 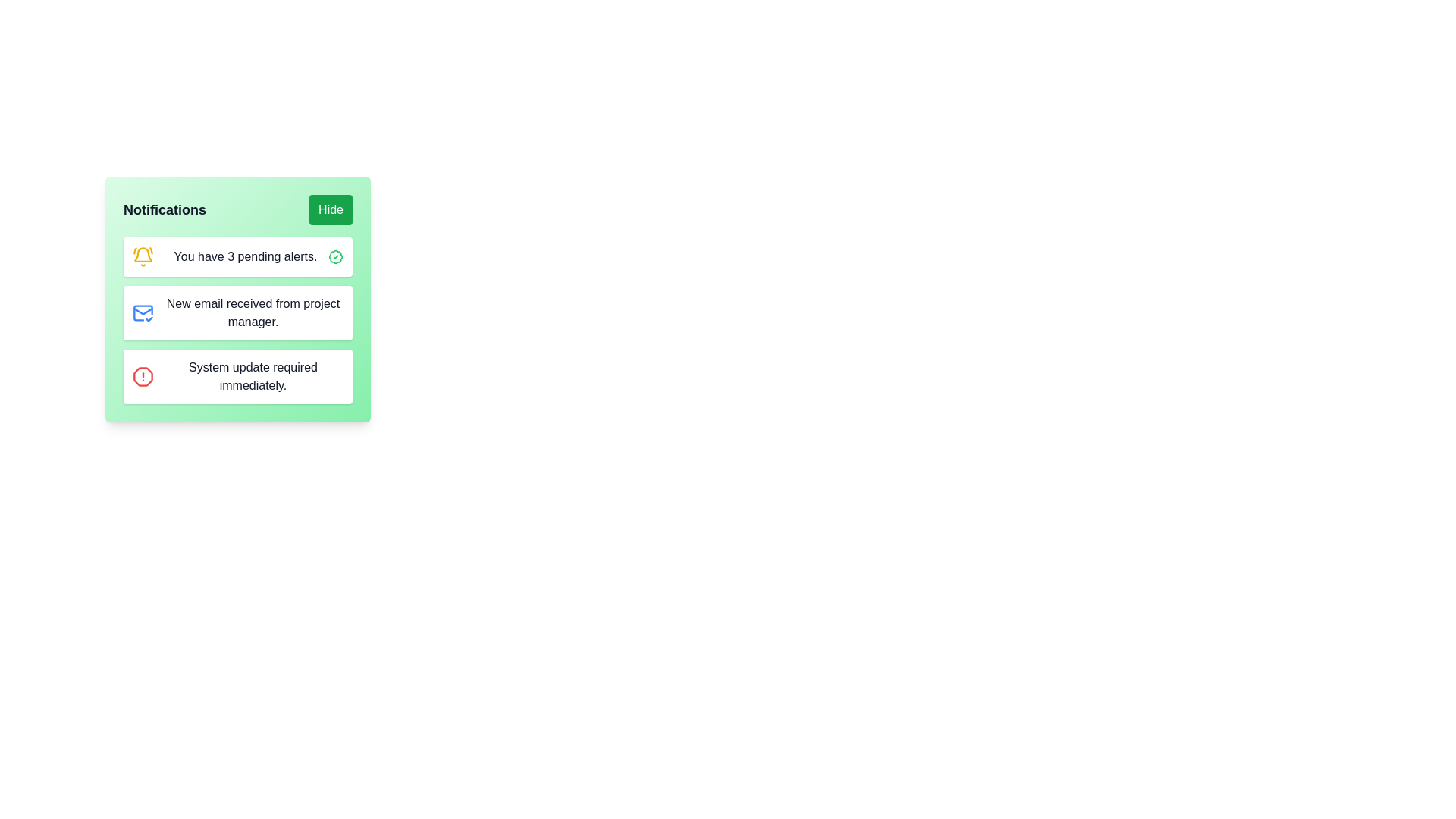 I want to click on the email notification icon next to the description 'New email received from project manager' in the green notification panel, so click(x=143, y=312).